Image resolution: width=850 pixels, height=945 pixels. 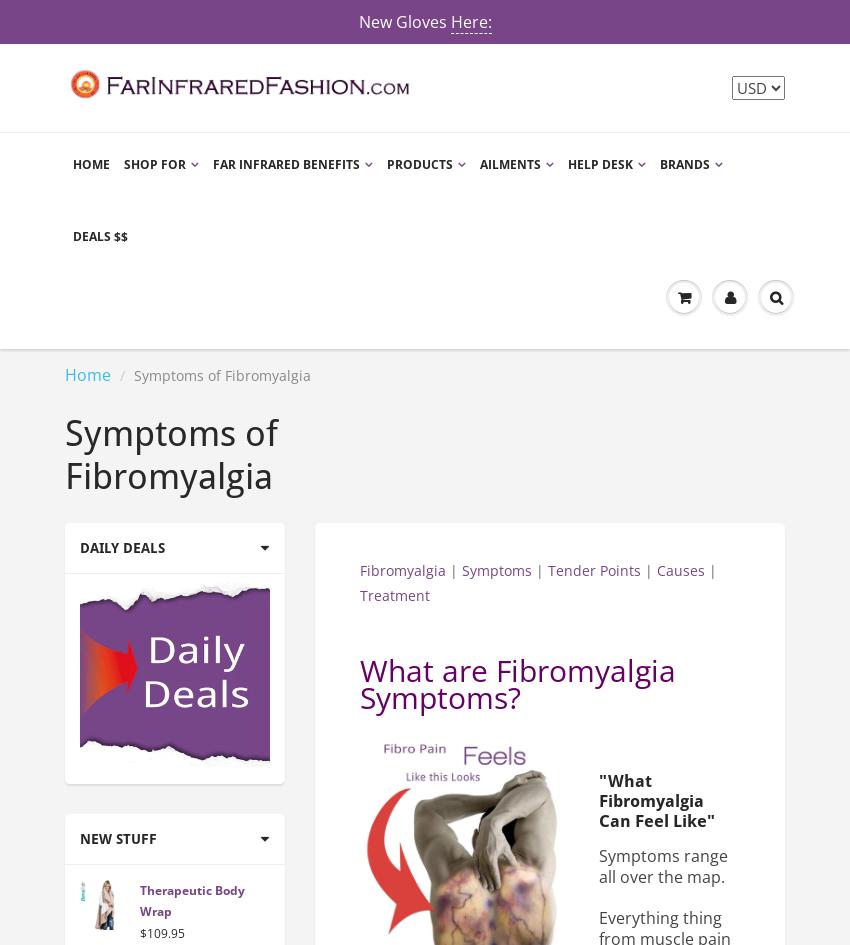 What do you see at coordinates (162, 931) in the screenshot?
I see `'$109.95'` at bounding box center [162, 931].